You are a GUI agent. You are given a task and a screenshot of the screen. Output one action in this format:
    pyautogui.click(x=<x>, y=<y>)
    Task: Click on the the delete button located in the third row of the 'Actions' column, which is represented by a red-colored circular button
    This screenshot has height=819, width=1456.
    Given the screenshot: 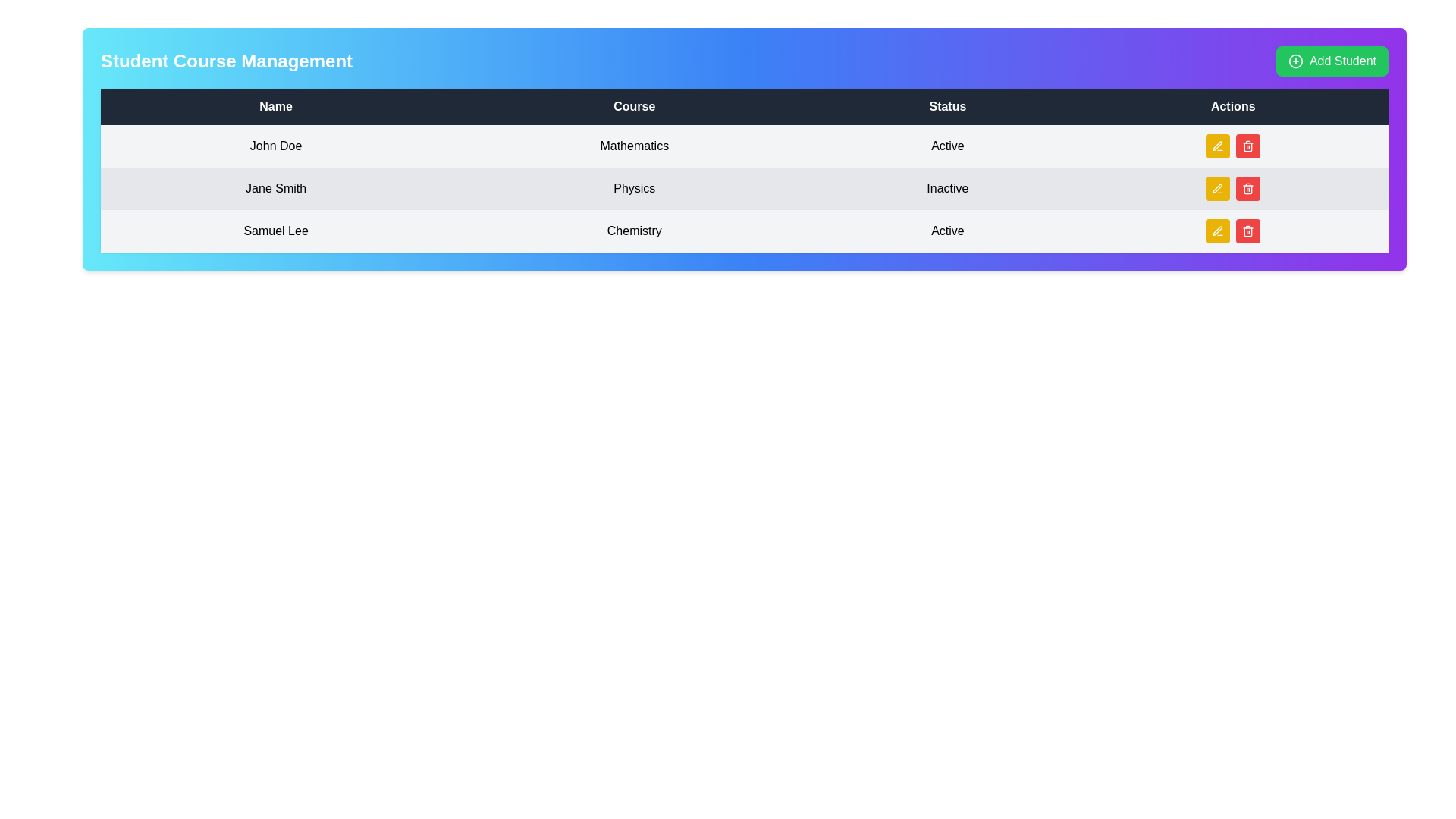 What is the action you would take?
    pyautogui.click(x=1248, y=188)
    